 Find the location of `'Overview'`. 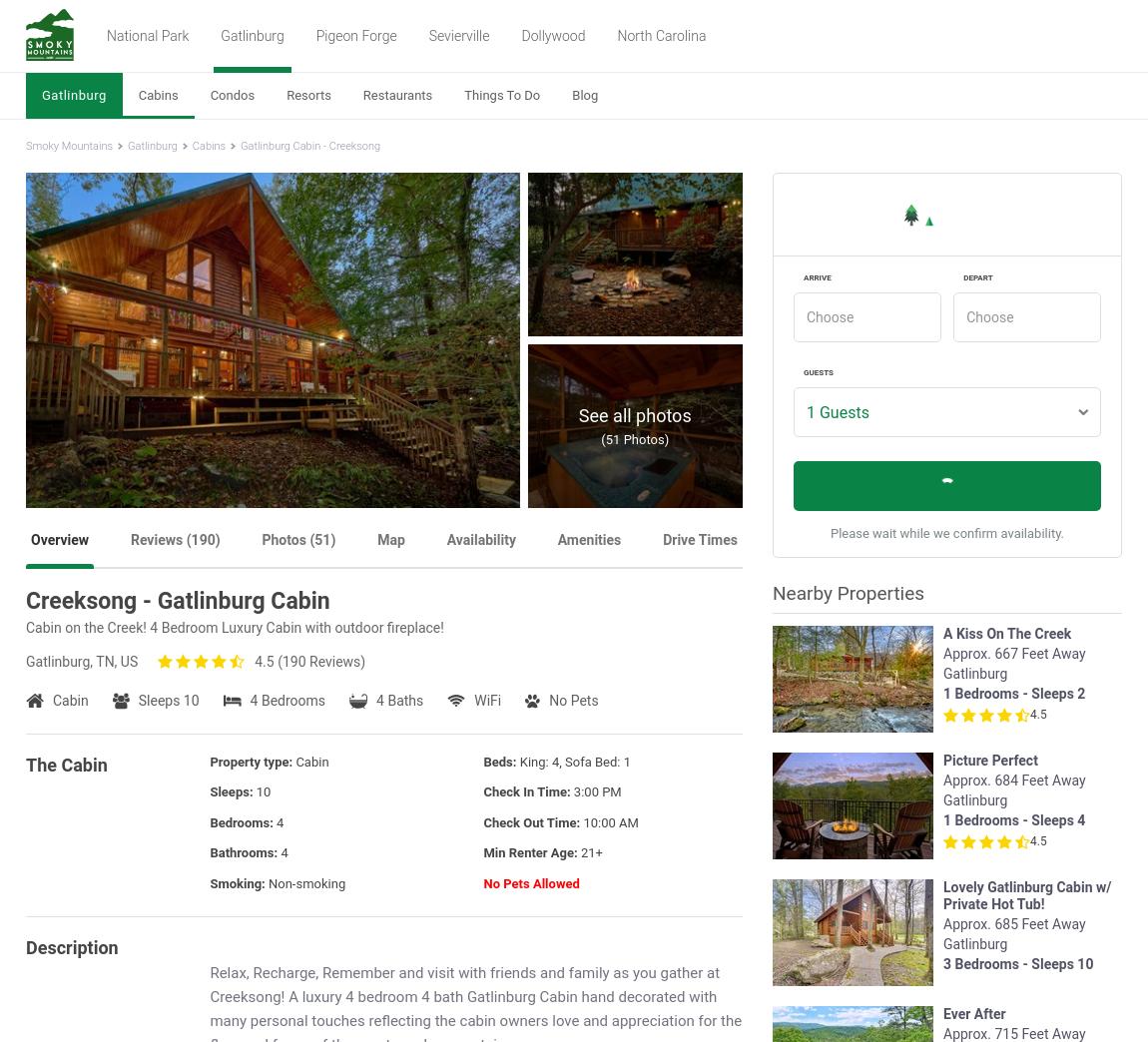

'Overview' is located at coordinates (59, 539).